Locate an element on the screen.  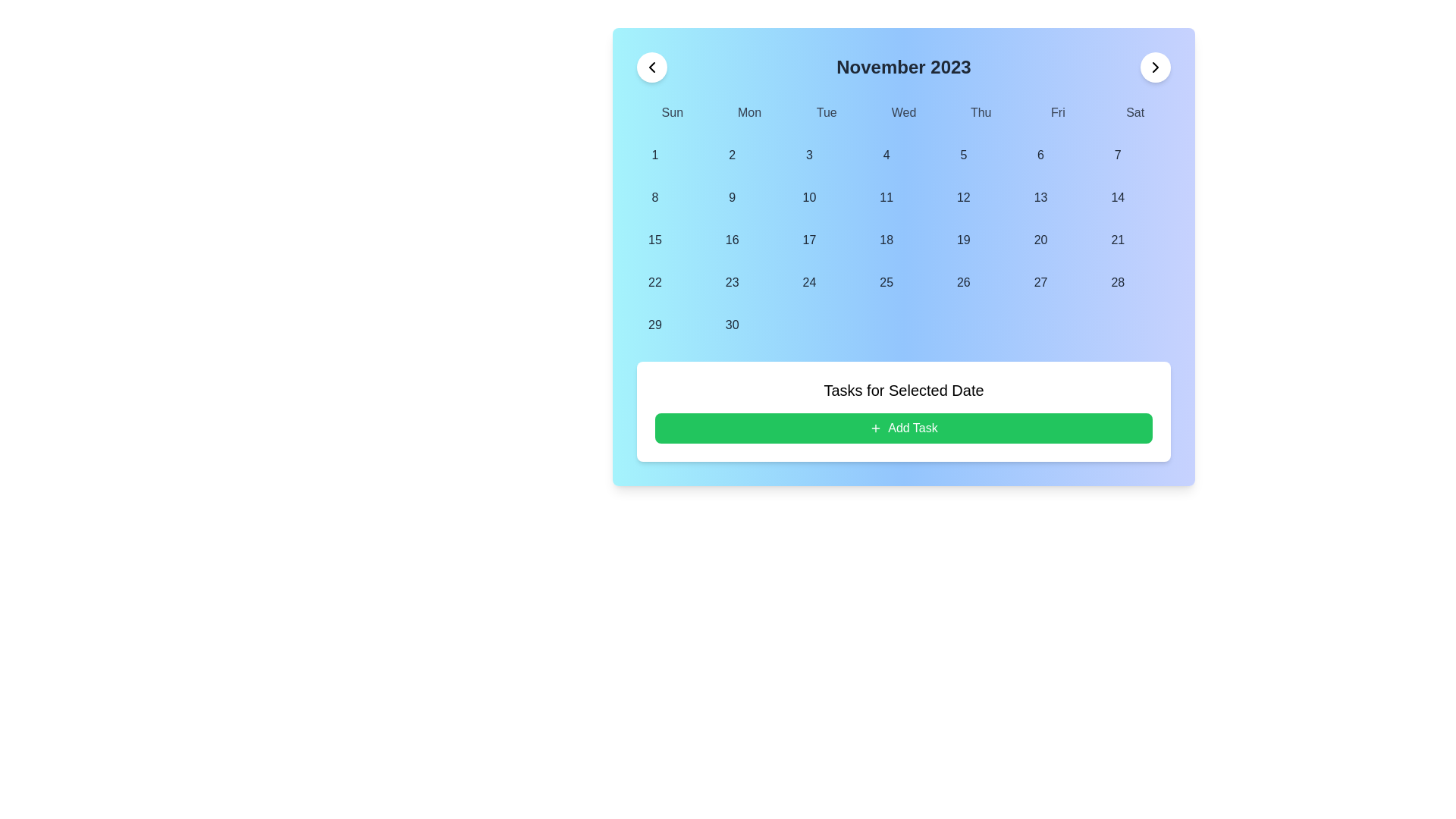
the left-pointing arrow icon inside the circular button located at the top-left corner of the calendar is located at coordinates (651, 66).